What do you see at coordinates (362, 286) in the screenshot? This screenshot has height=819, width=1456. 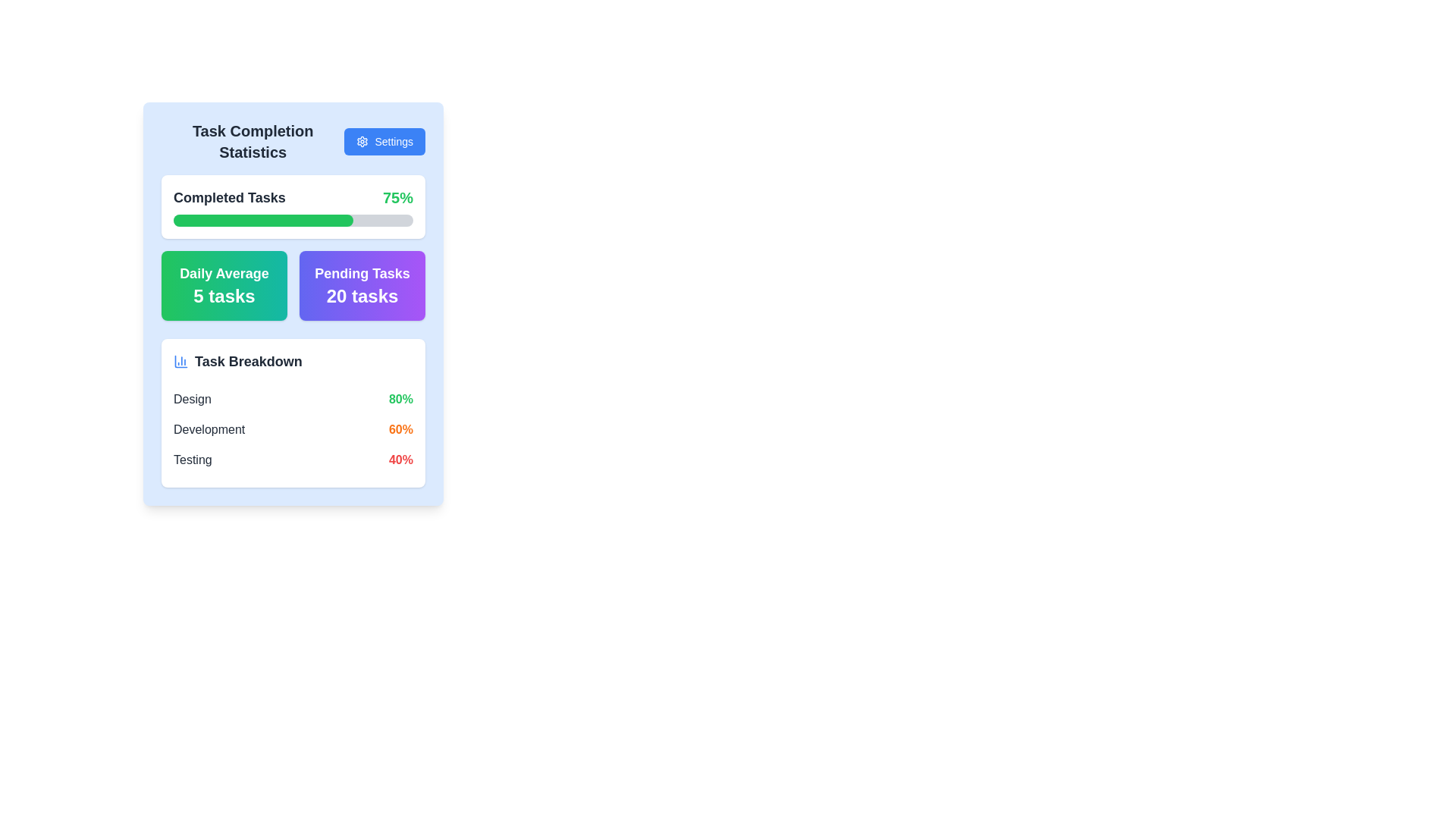 I see `the informative card displaying 'Pending Tasks' with the count '20 tasks', which is located in the second column of the two-column grid layout` at bounding box center [362, 286].